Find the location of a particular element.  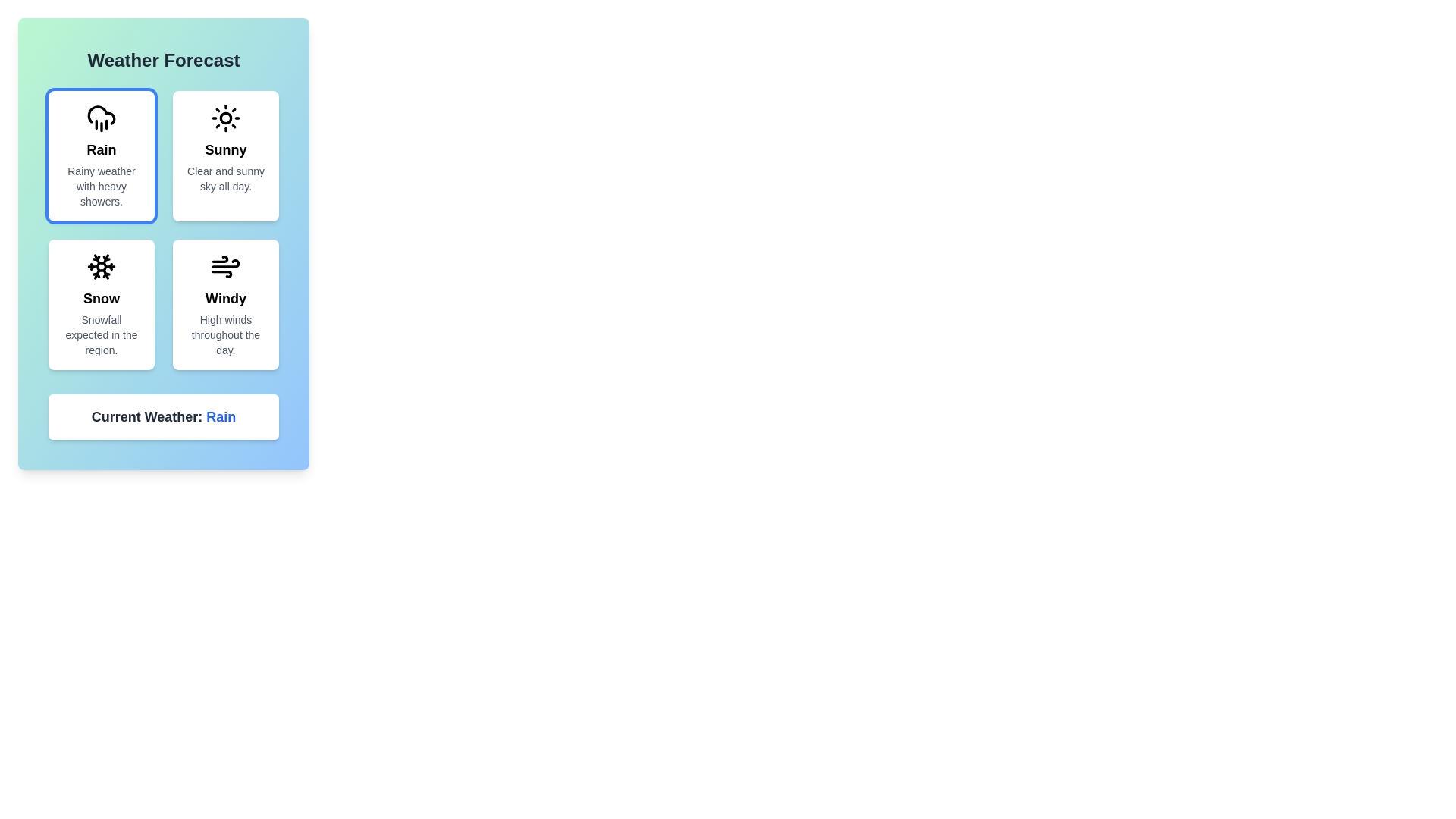

the interactive card representing snowfall, located in the second row and first column of a grid of four cards, to interact or select it is located at coordinates (101, 304).